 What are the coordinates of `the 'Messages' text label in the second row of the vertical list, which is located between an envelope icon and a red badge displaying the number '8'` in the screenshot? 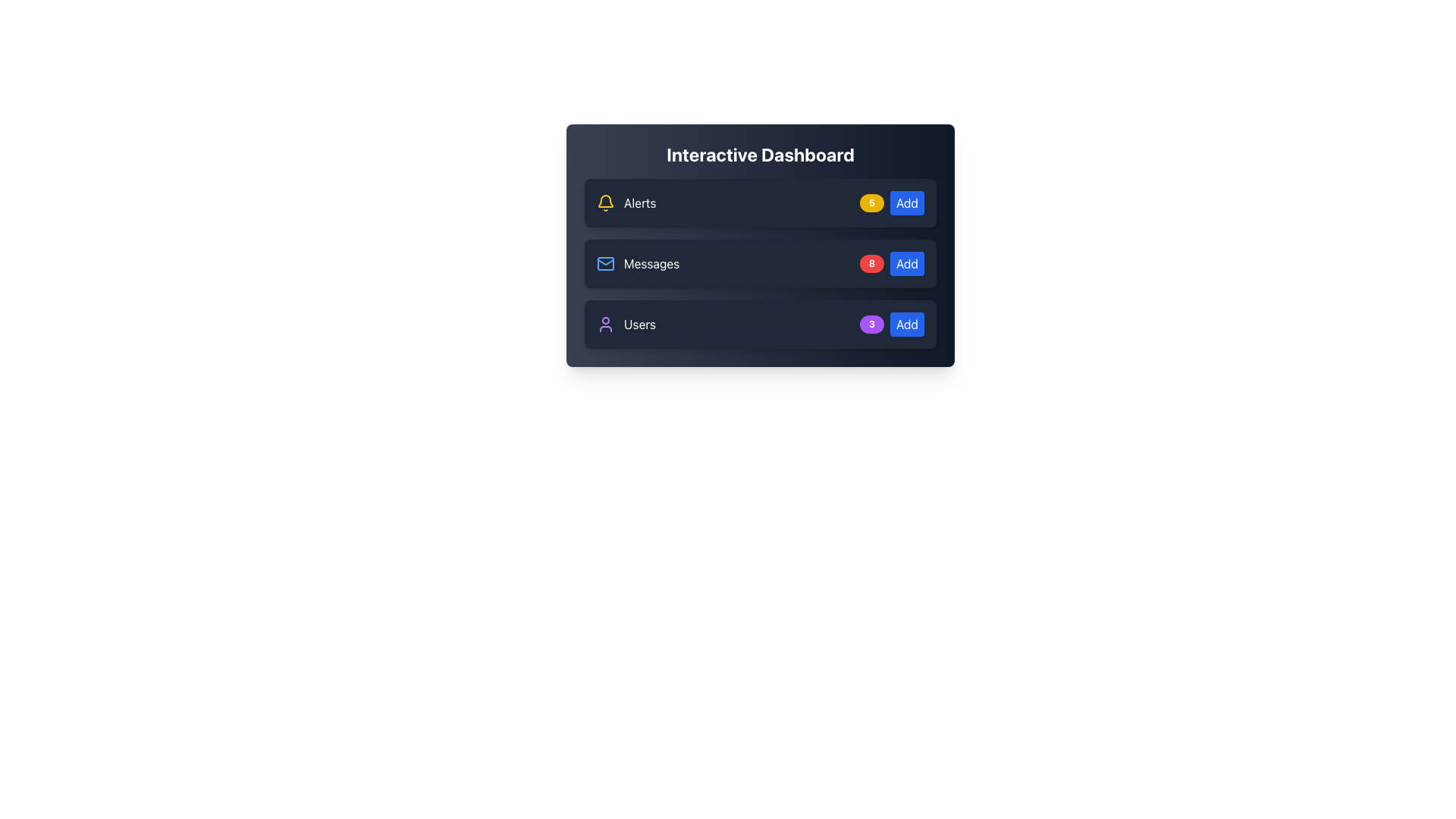 It's located at (651, 262).